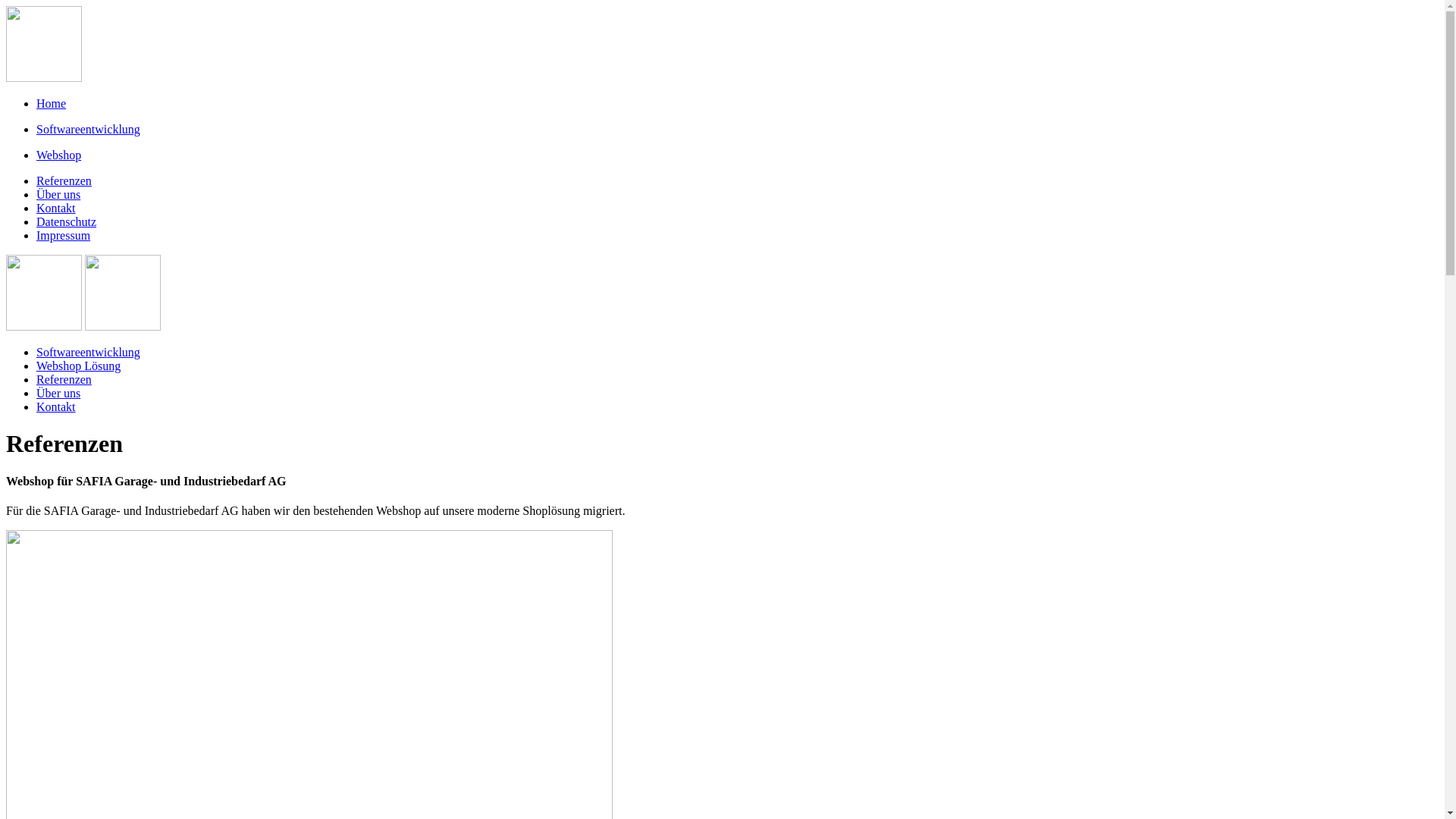 Image resolution: width=1456 pixels, height=819 pixels. Describe the element at coordinates (62, 235) in the screenshot. I see `'Impressum'` at that location.